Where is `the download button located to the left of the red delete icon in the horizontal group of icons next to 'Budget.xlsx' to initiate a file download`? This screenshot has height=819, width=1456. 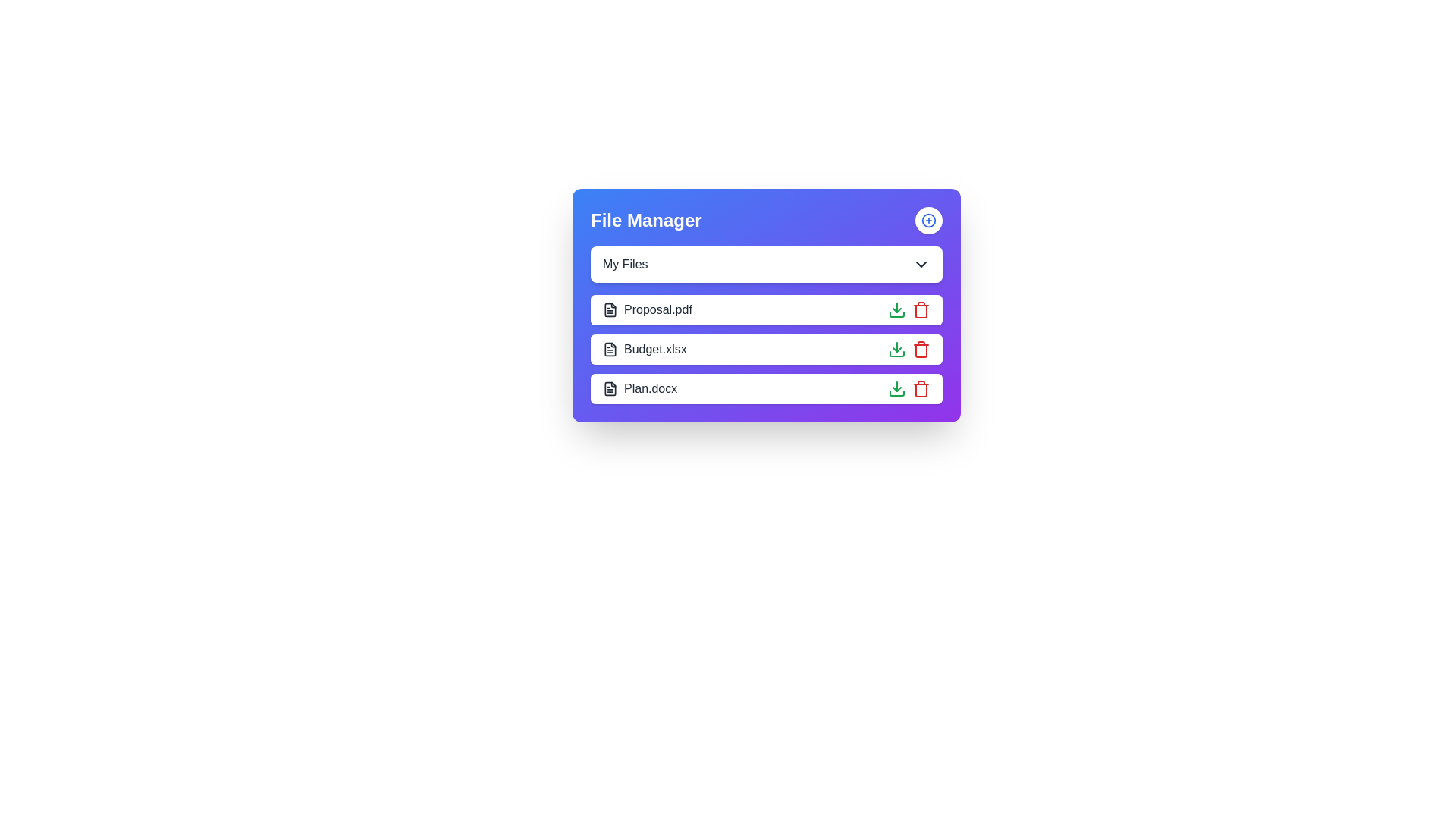
the download button located to the left of the red delete icon in the horizontal group of icons next to 'Budget.xlsx' to initiate a file download is located at coordinates (896, 350).